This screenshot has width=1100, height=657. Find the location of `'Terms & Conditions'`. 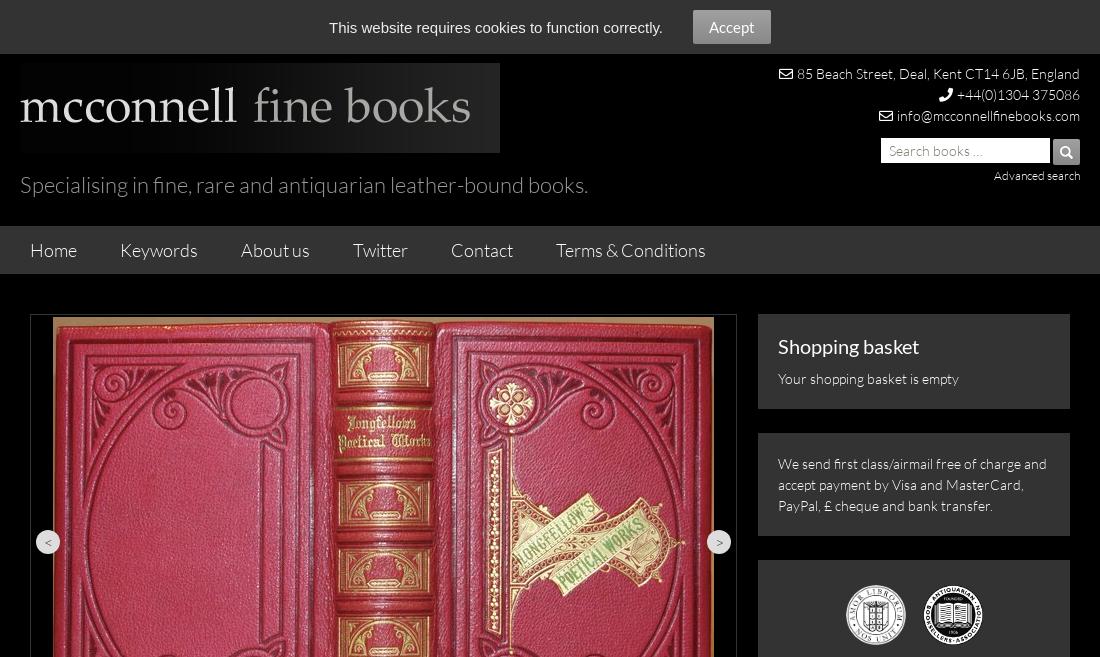

'Terms & Conditions' is located at coordinates (630, 249).